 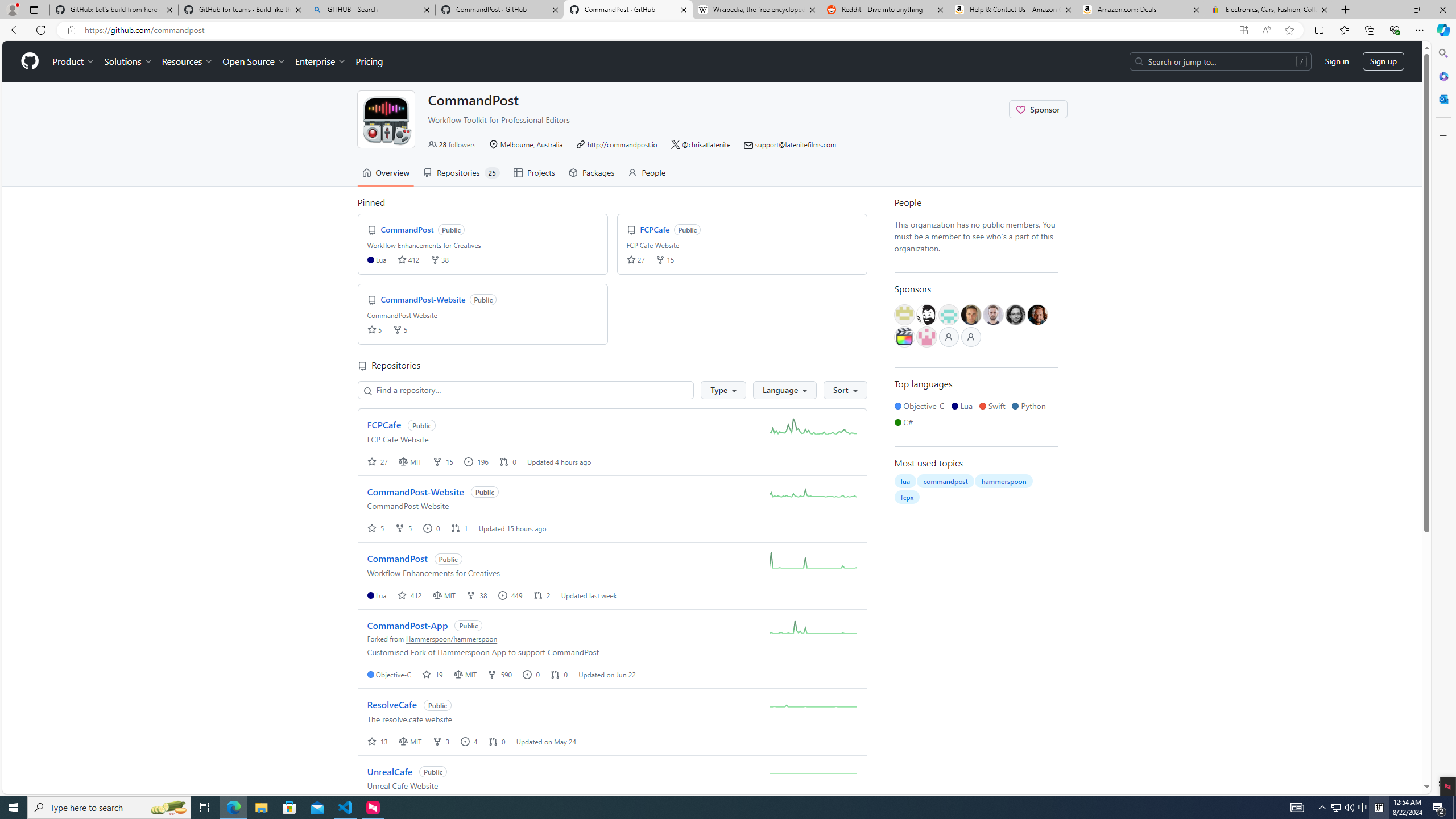 What do you see at coordinates (1015, 314) in the screenshot?
I see `'@florian-duffe'` at bounding box center [1015, 314].